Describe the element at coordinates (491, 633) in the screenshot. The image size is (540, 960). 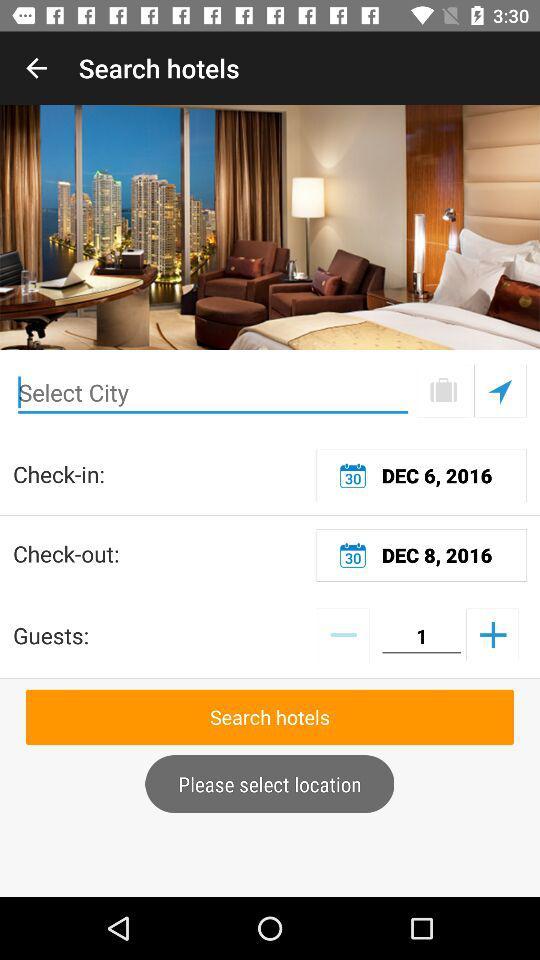
I see `the add icon` at that location.